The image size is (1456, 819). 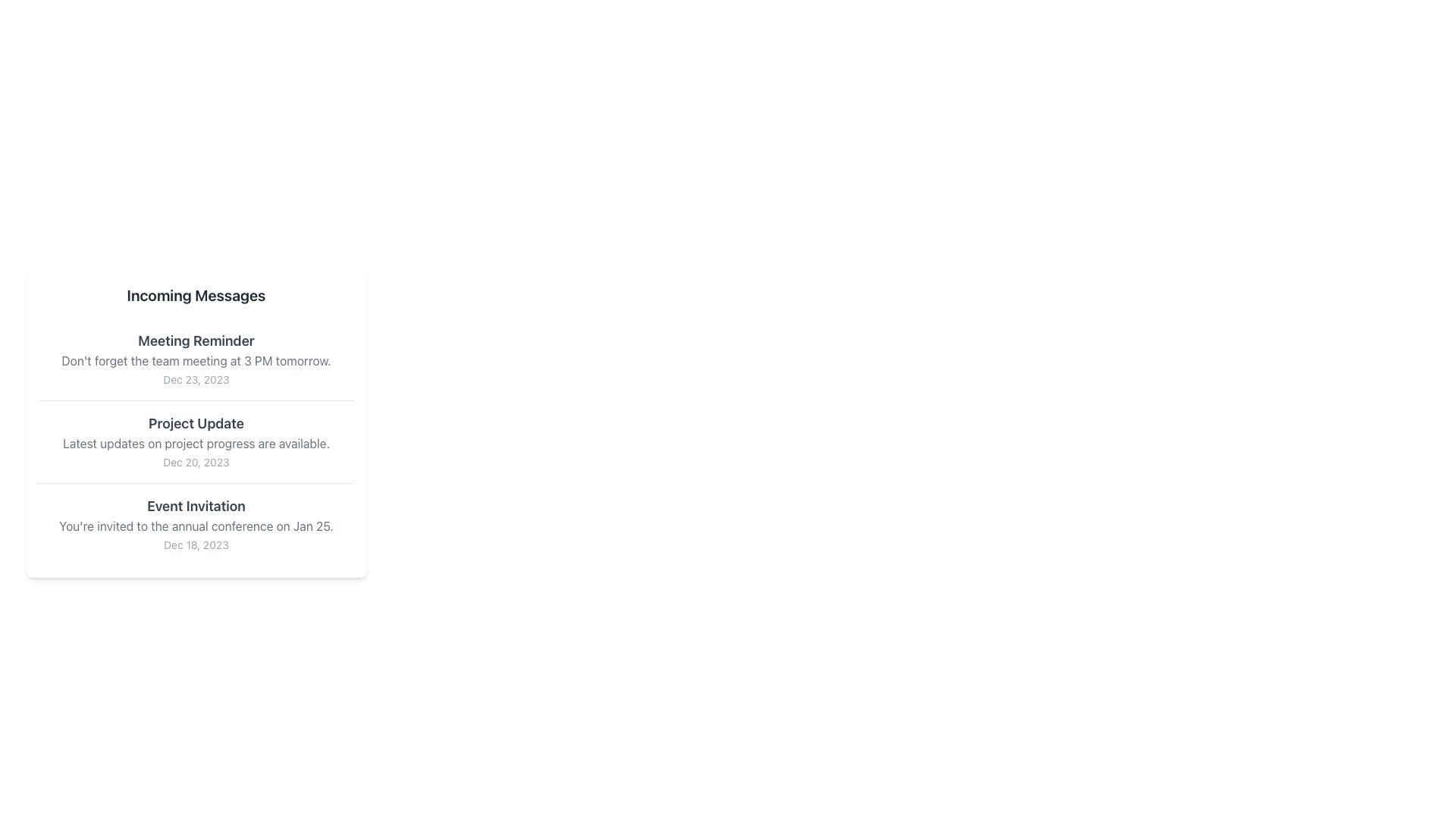 What do you see at coordinates (196, 360) in the screenshot?
I see `the text element that reads "Don't forget the team meeting at 3 PM tomorrow." located below the title "Meeting Reminder" and above the date "Dec 23, 2023"` at bounding box center [196, 360].